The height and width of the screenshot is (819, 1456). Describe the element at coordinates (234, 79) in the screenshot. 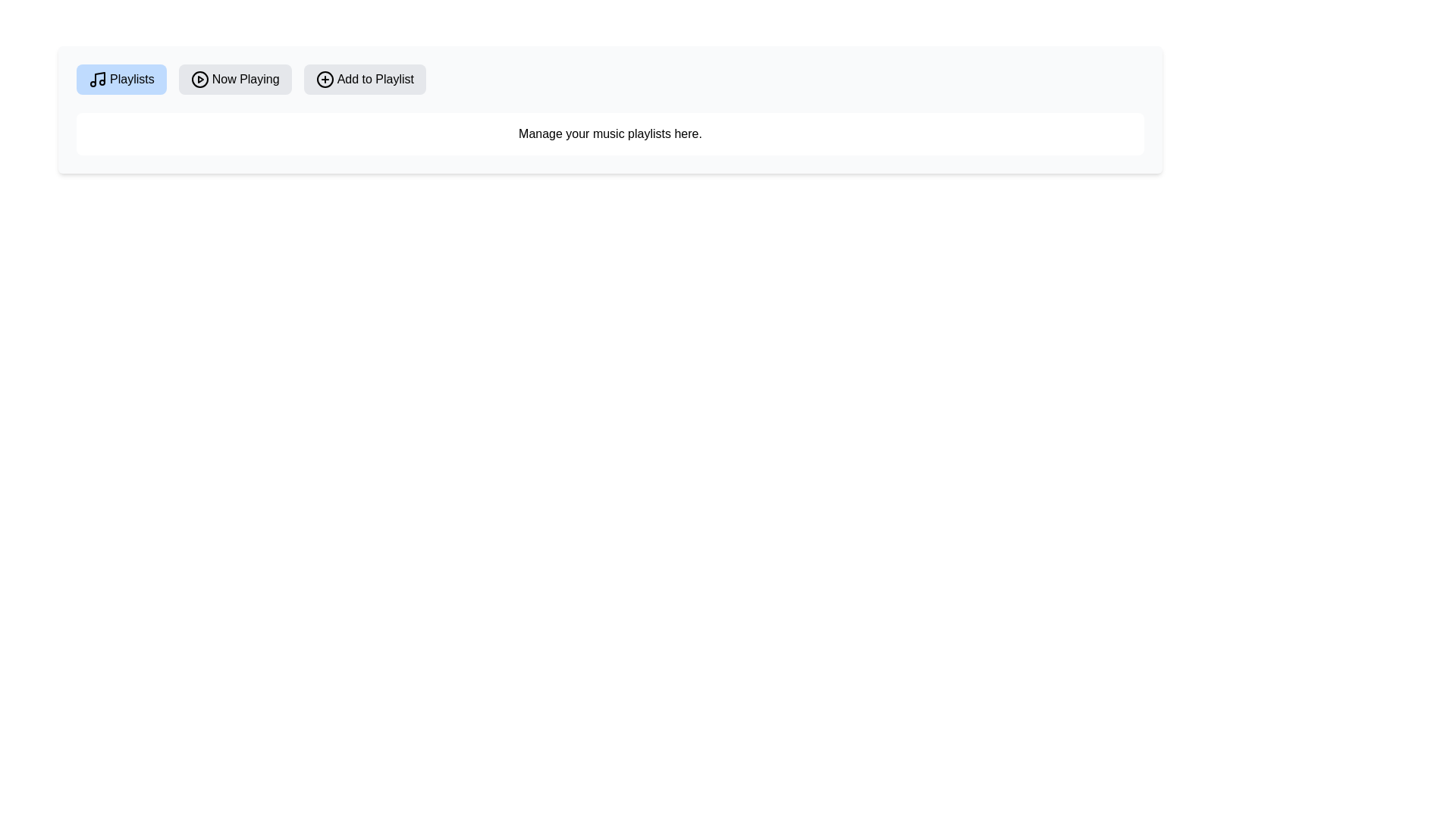

I see `the tab labeled Now Playing` at that location.